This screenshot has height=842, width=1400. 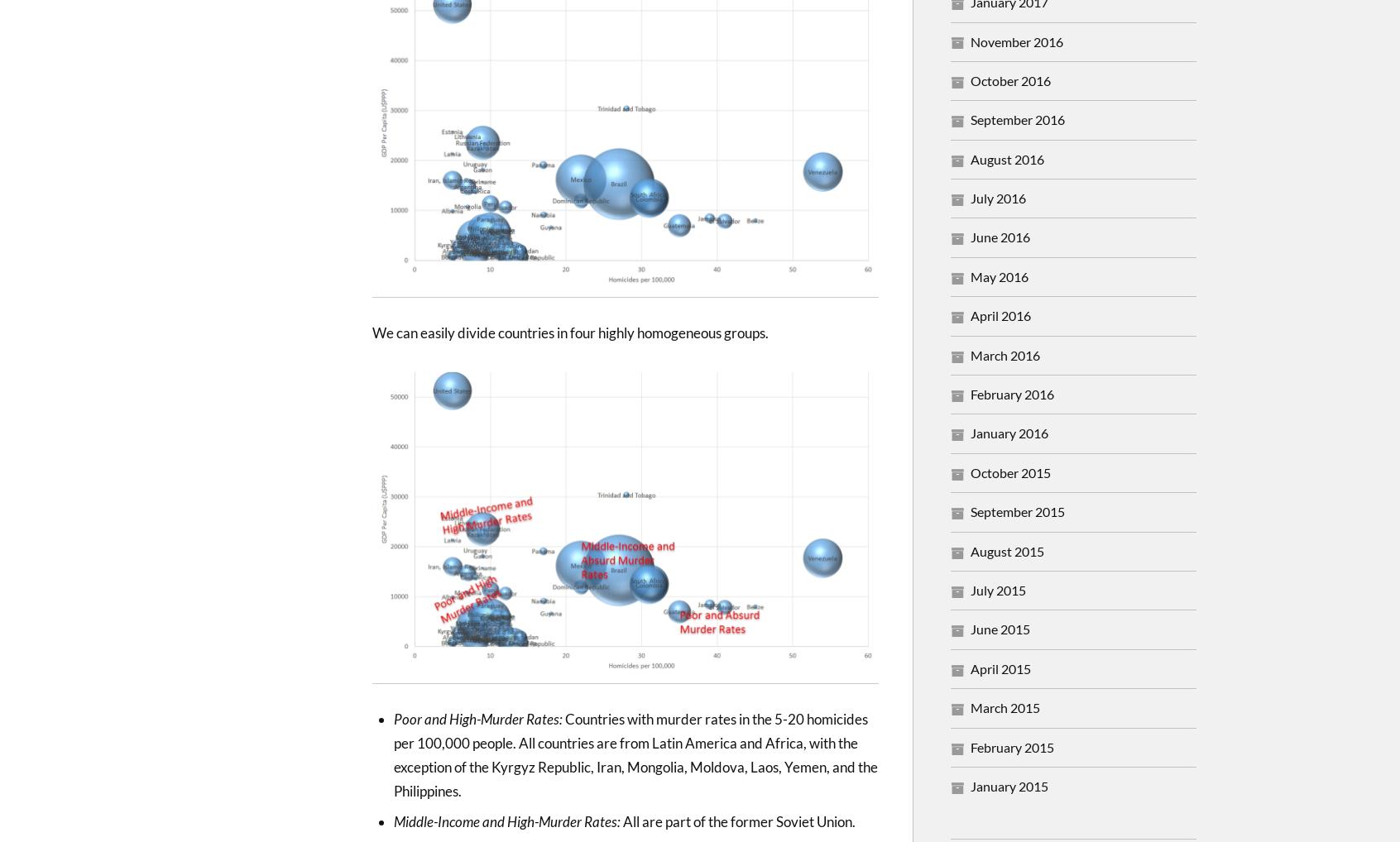 What do you see at coordinates (1009, 432) in the screenshot?
I see `'January 2016'` at bounding box center [1009, 432].